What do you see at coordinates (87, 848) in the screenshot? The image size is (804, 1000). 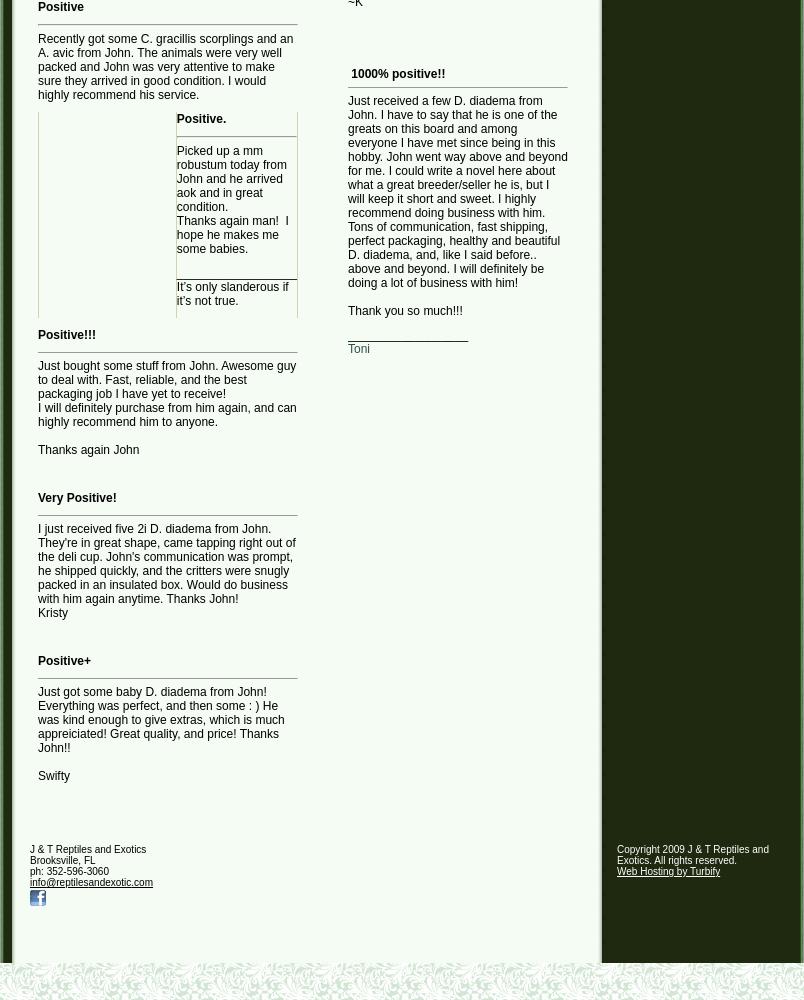 I see `'J & T Reptiles and Exotics'` at bounding box center [87, 848].